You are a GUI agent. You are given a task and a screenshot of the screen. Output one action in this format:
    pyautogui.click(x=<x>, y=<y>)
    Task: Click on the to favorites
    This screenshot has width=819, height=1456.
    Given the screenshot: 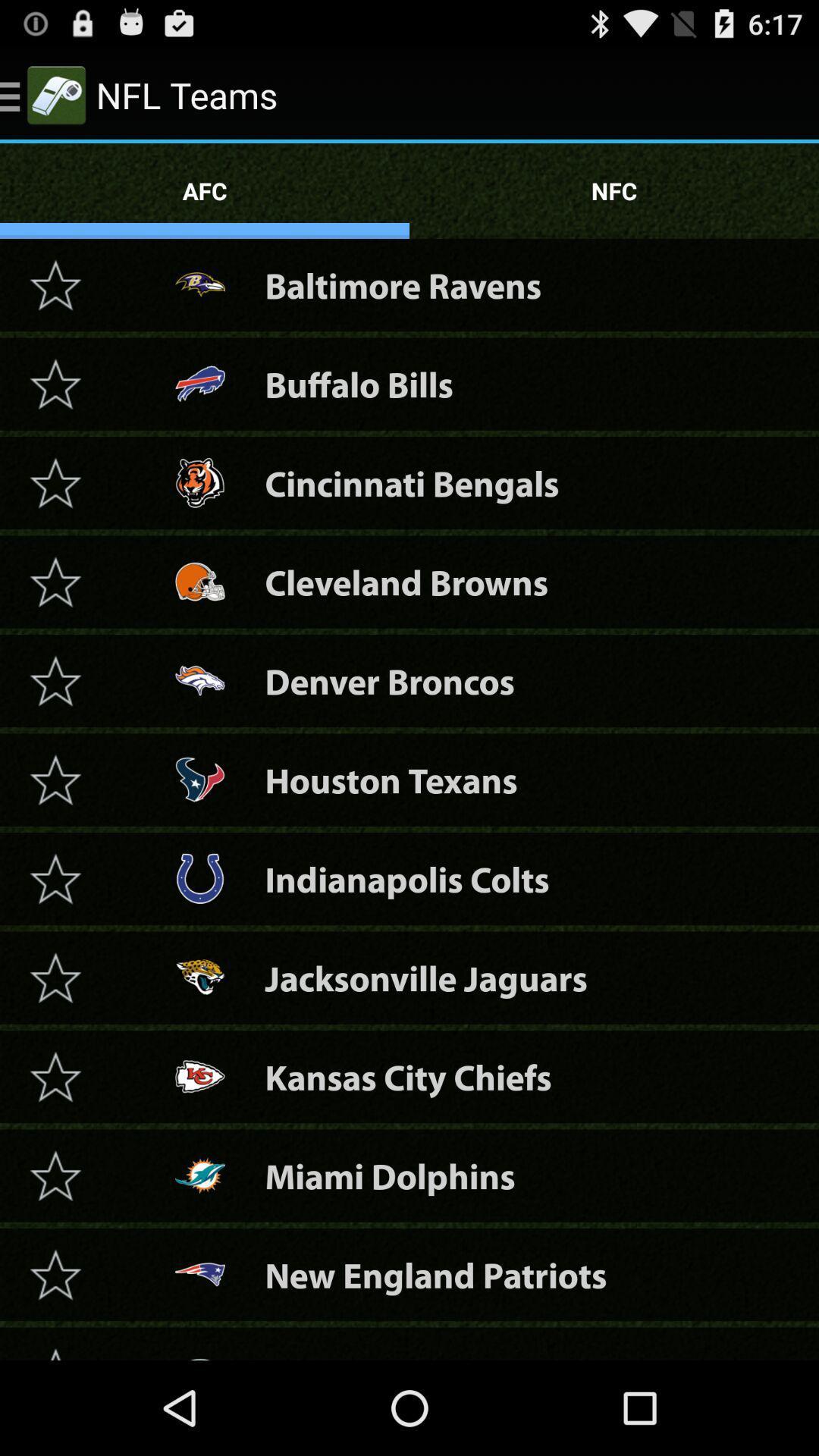 What is the action you would take?
    pyautogui.click(x=55, y=581)
    